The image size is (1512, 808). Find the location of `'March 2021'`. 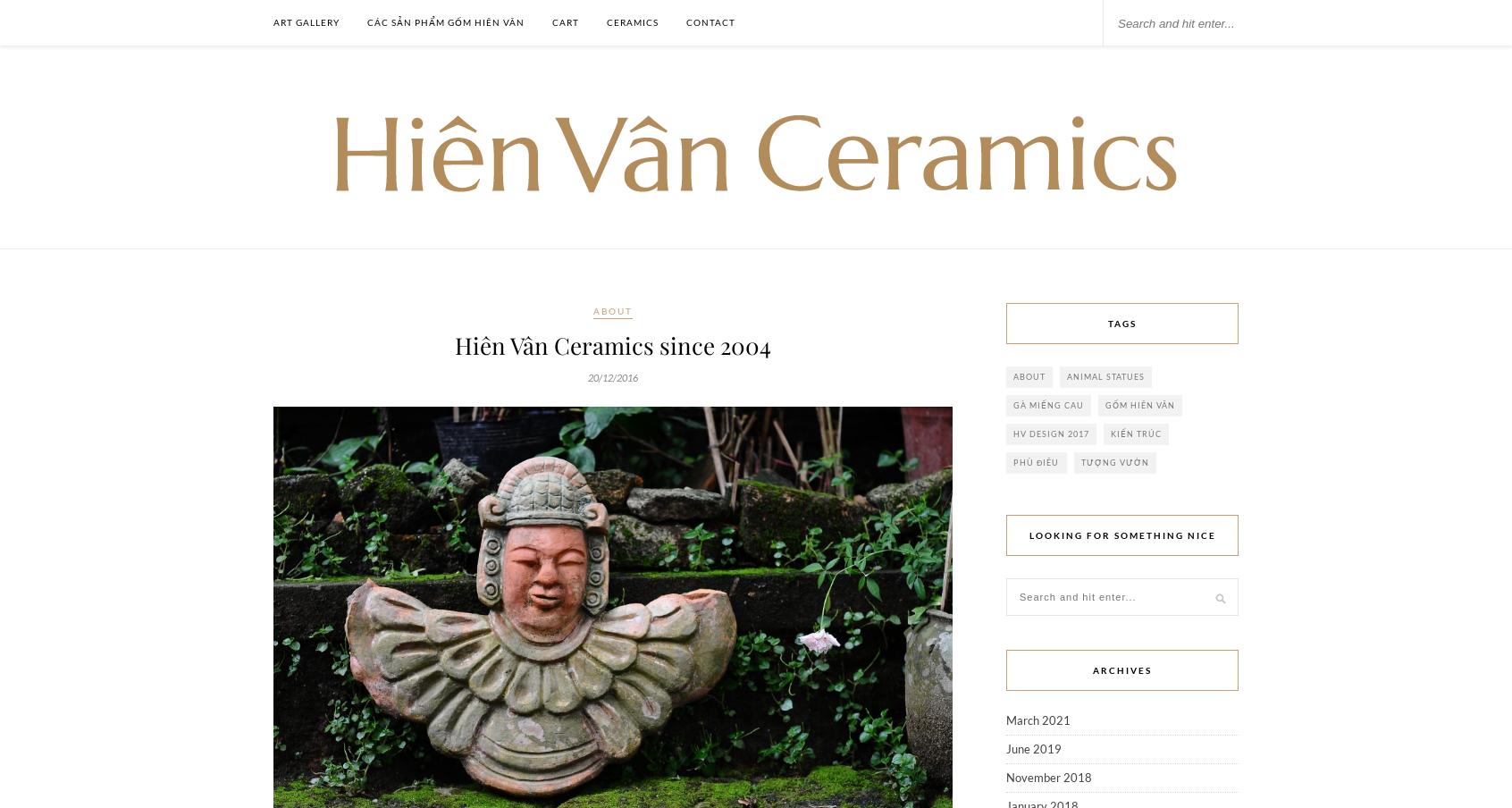

'March 2021' is located at coordinates (1037, 720).